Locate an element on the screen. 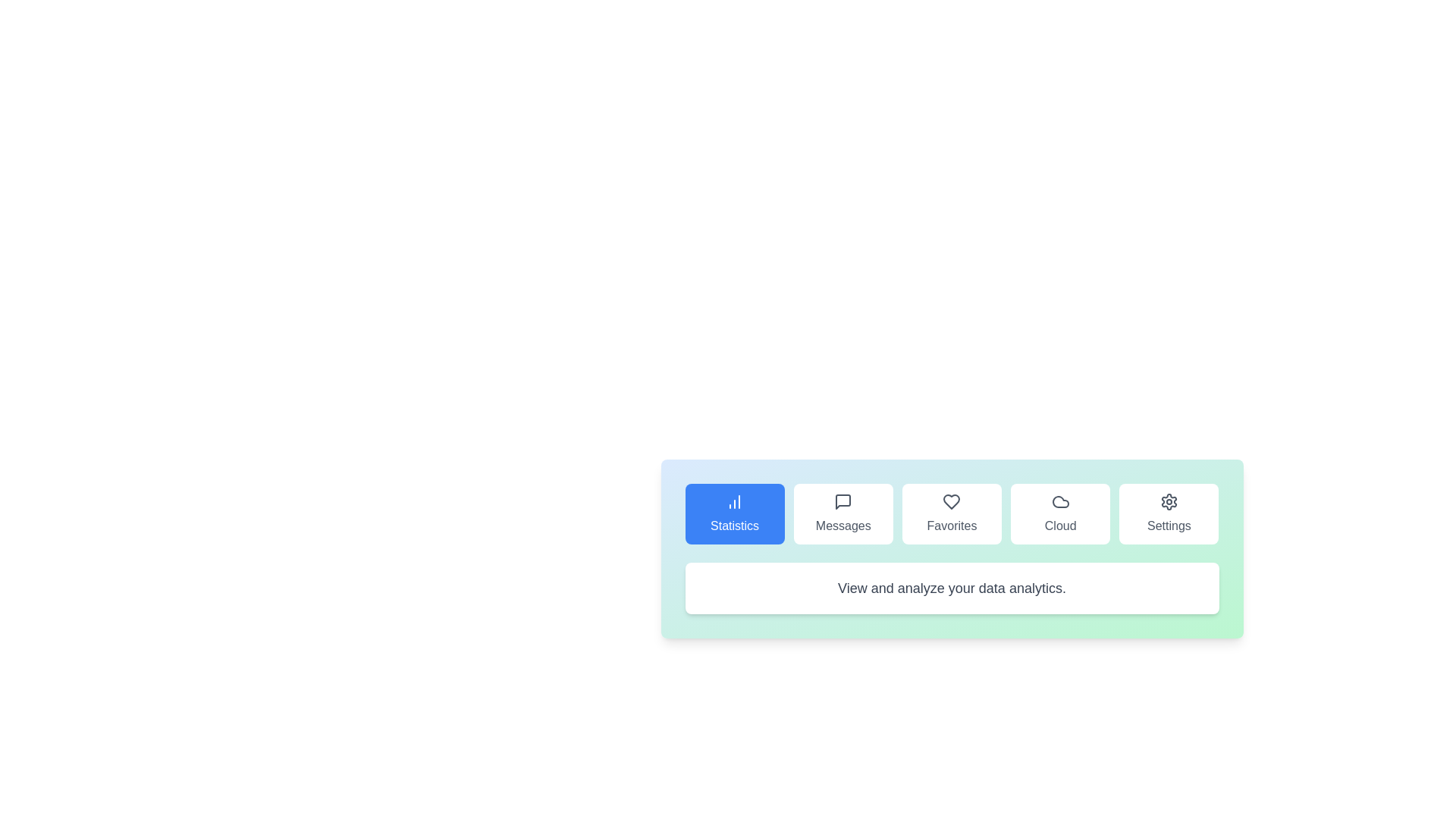  the tab labeled Favorites is located at coordinates (951, 513).